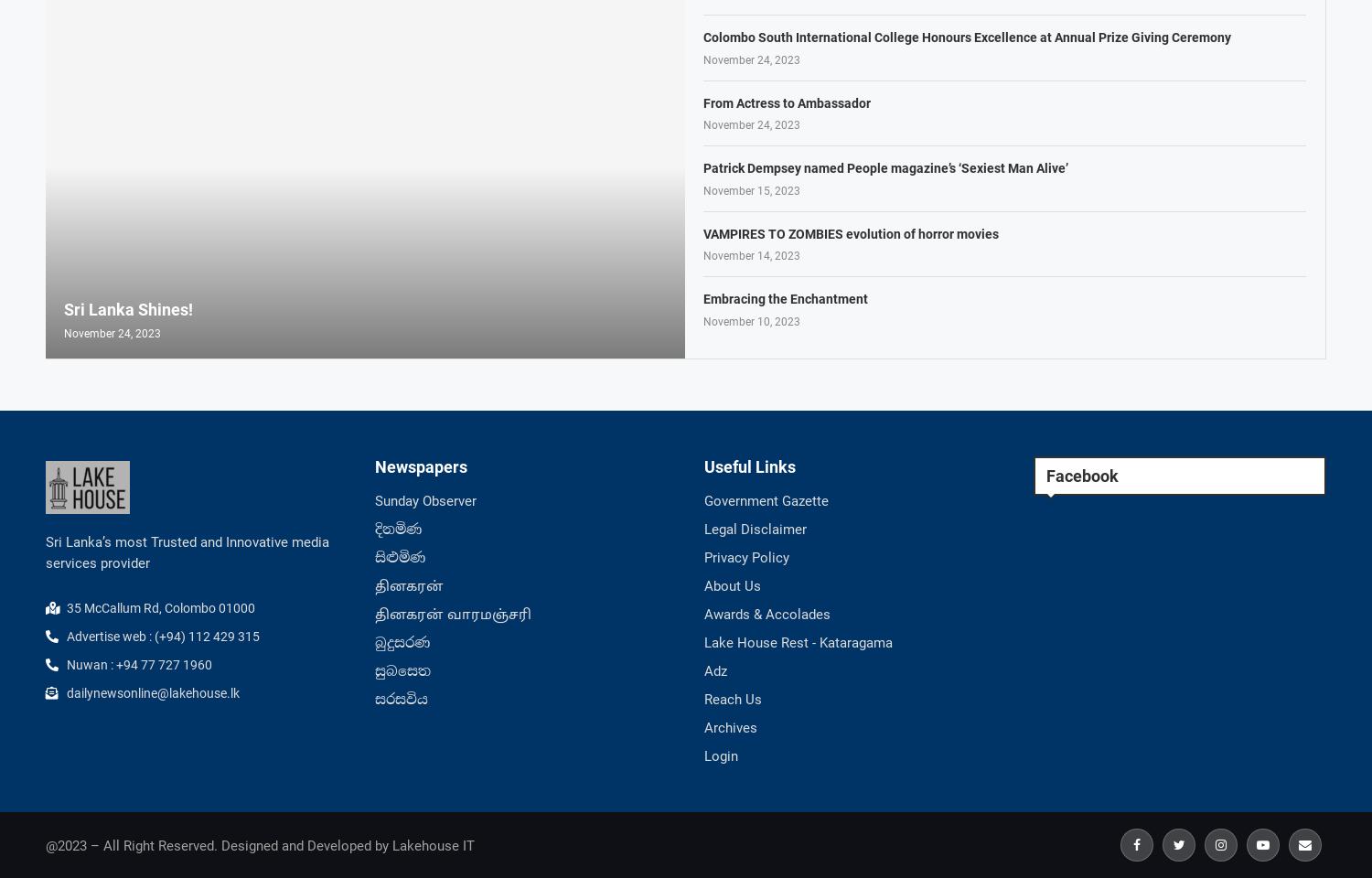 The image size is (1372, 878). Describe the element at coordinates (703, 102) in the screenshot. I see `'From Actress to Ambassador'` at that location.